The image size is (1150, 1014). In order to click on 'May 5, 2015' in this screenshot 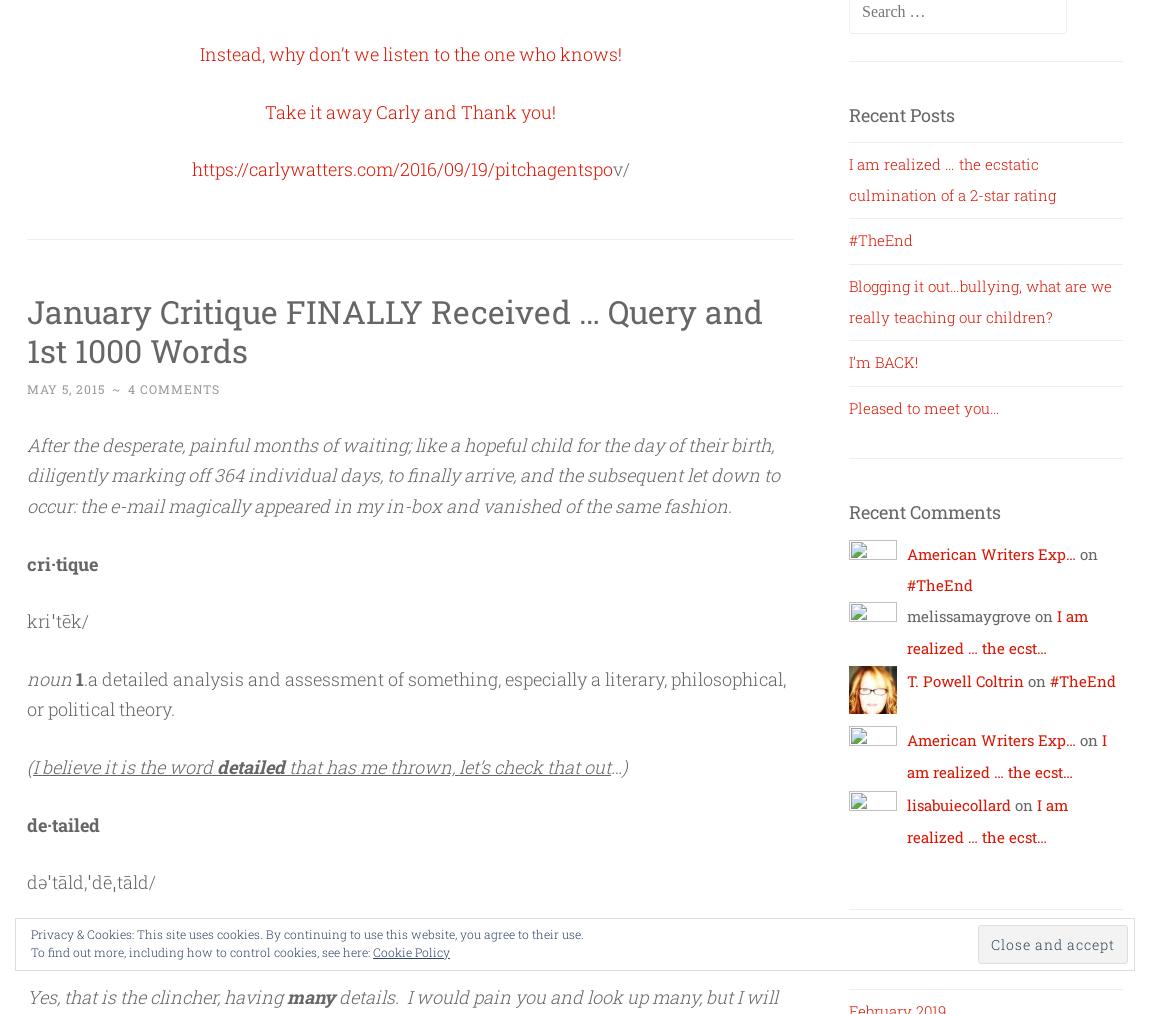, I will do `click(65, 387)`.